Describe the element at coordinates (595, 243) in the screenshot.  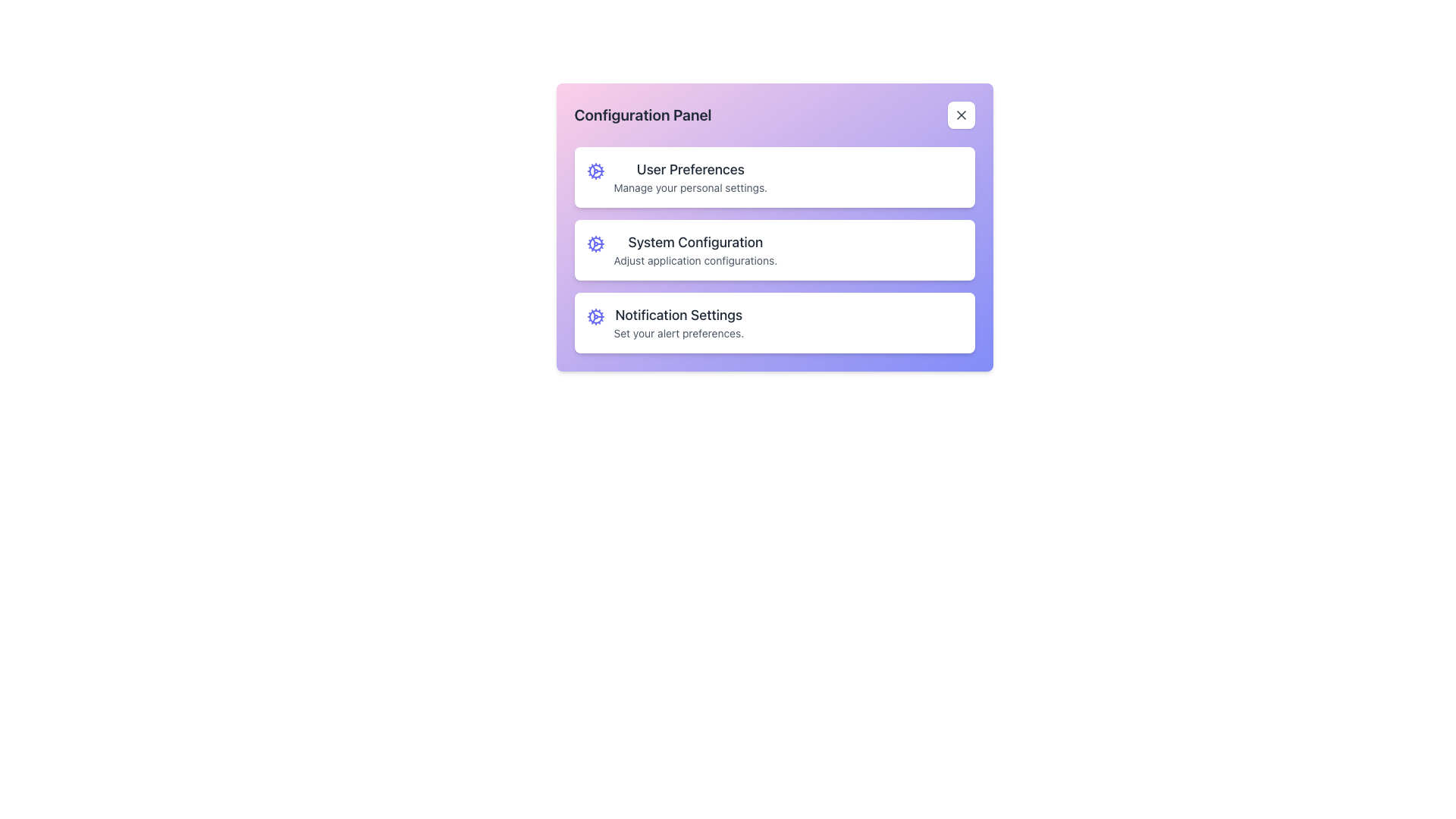
I see `the circular shape inside the cog-like icon, which is part of the configuration panel next to the 'System Configuration' text` at that location.